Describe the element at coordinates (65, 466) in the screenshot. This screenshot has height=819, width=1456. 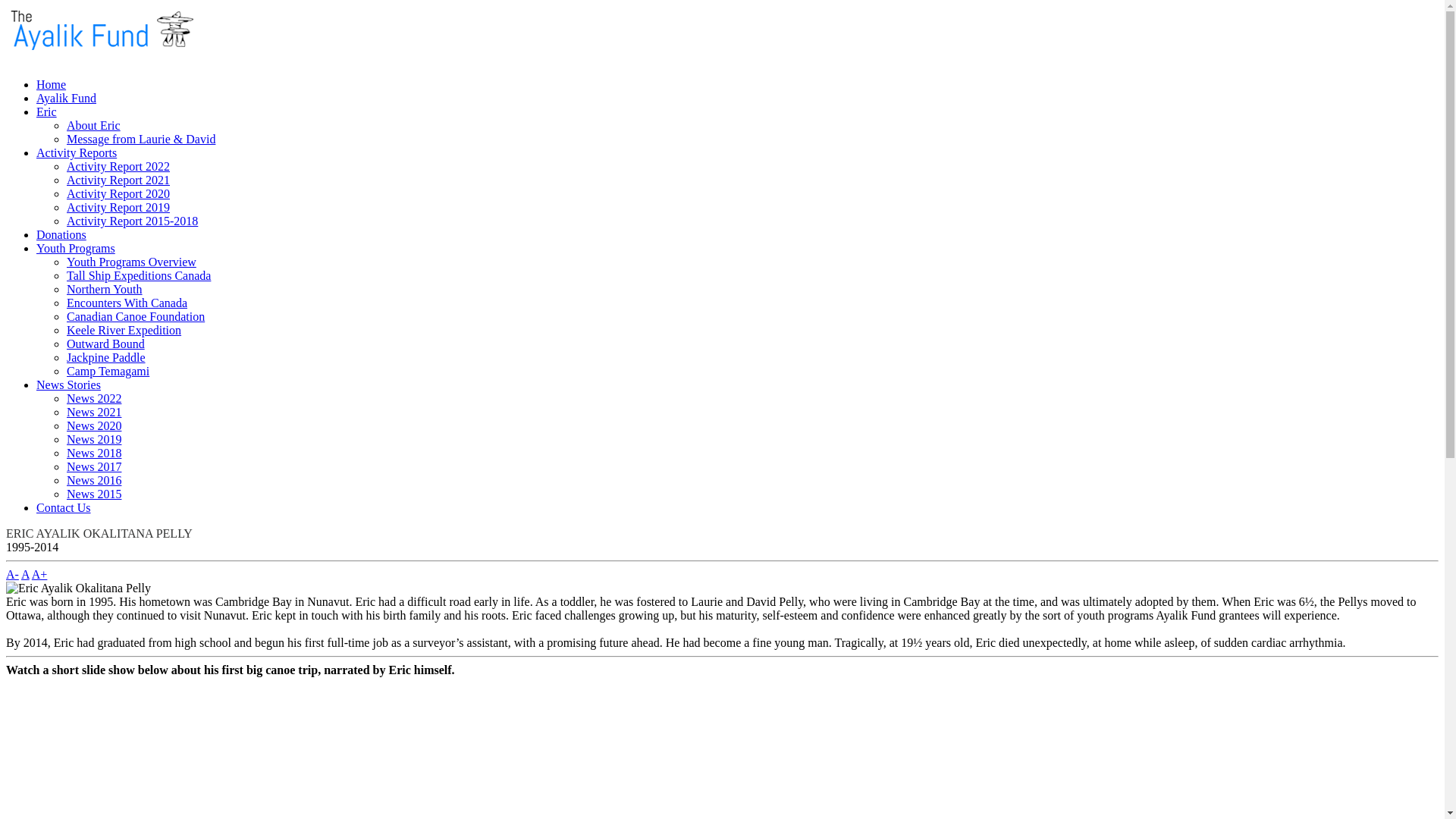
I see `'News 2017'` at that location.